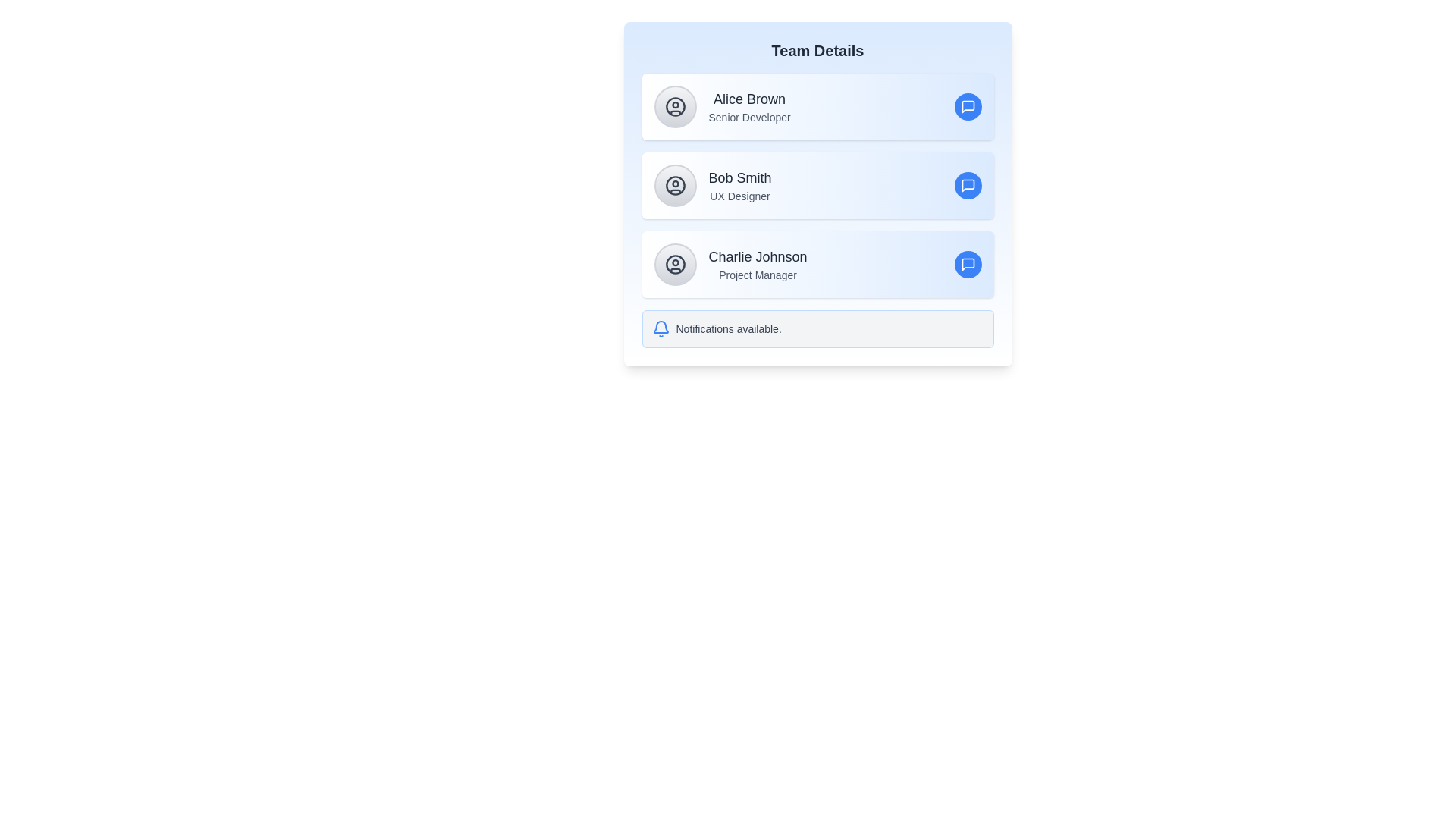 This screenshot has height=819, width=1456. I want to click on the user avatar icon representing 'Bob Smith' in the team members section by moving the cursor to its center point, so click(674, 185).